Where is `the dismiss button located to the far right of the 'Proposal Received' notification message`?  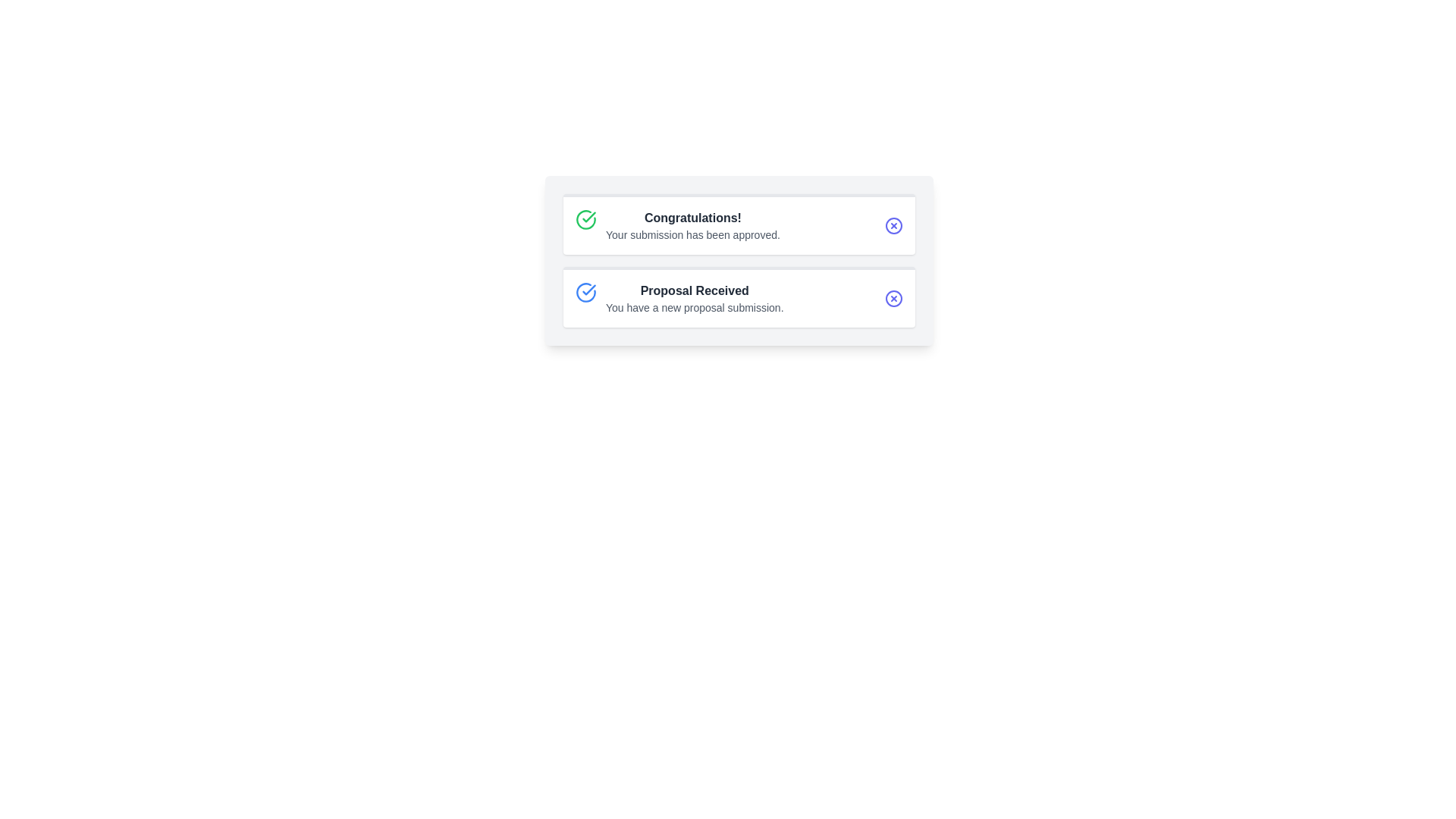 the dismiss button located to the far right of the 'Proposal Received' notification message is located at coordinates (894, 298).